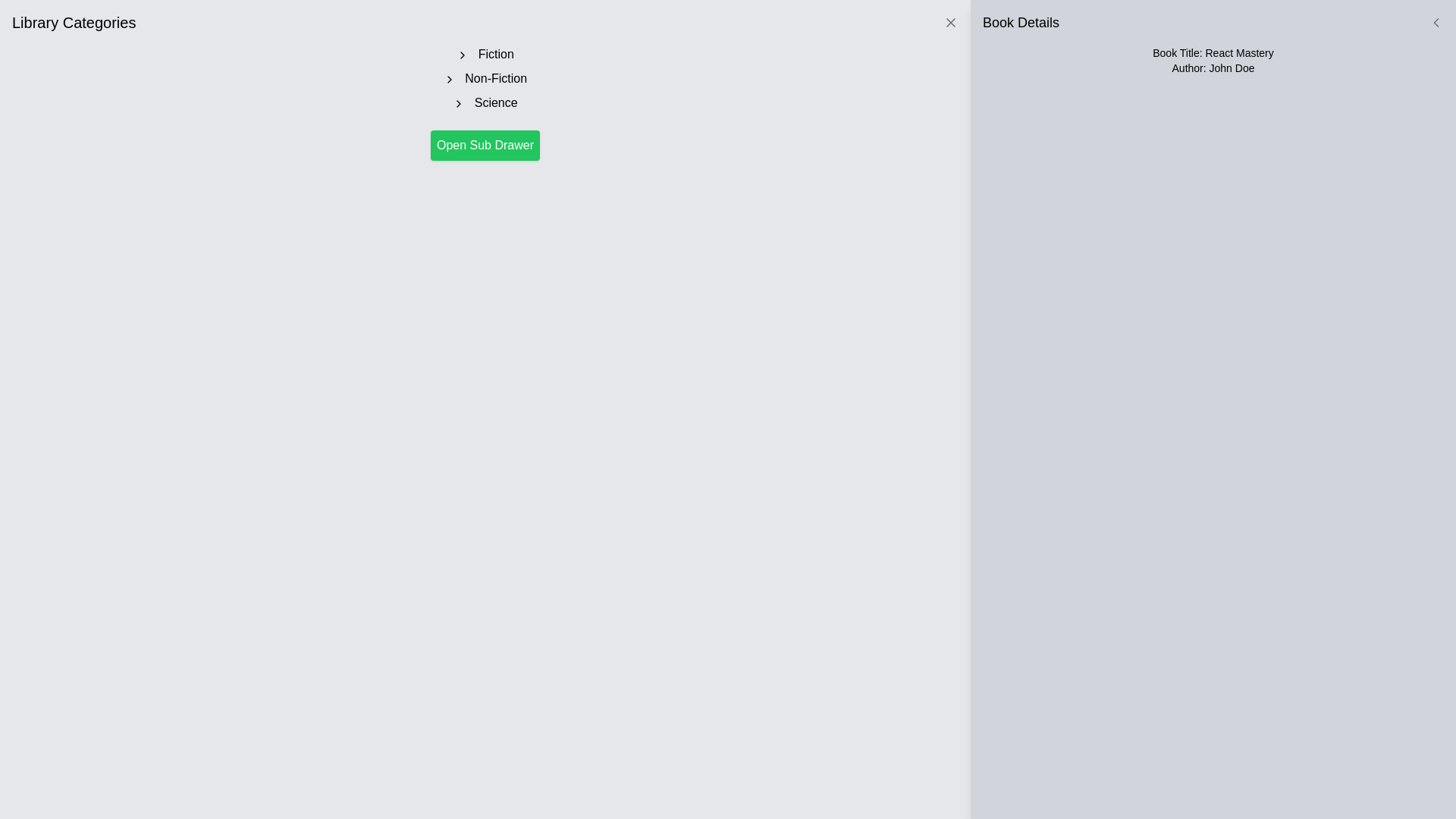 This screenshot has width=1456, height=819. What do you see at coordinates (1436, 23) in the screenshot?
I see `the left-facing chevron button styled in gray at the top-right corner of the 'Book Details' section to change its color to black` at bounding box center [1436, 23].